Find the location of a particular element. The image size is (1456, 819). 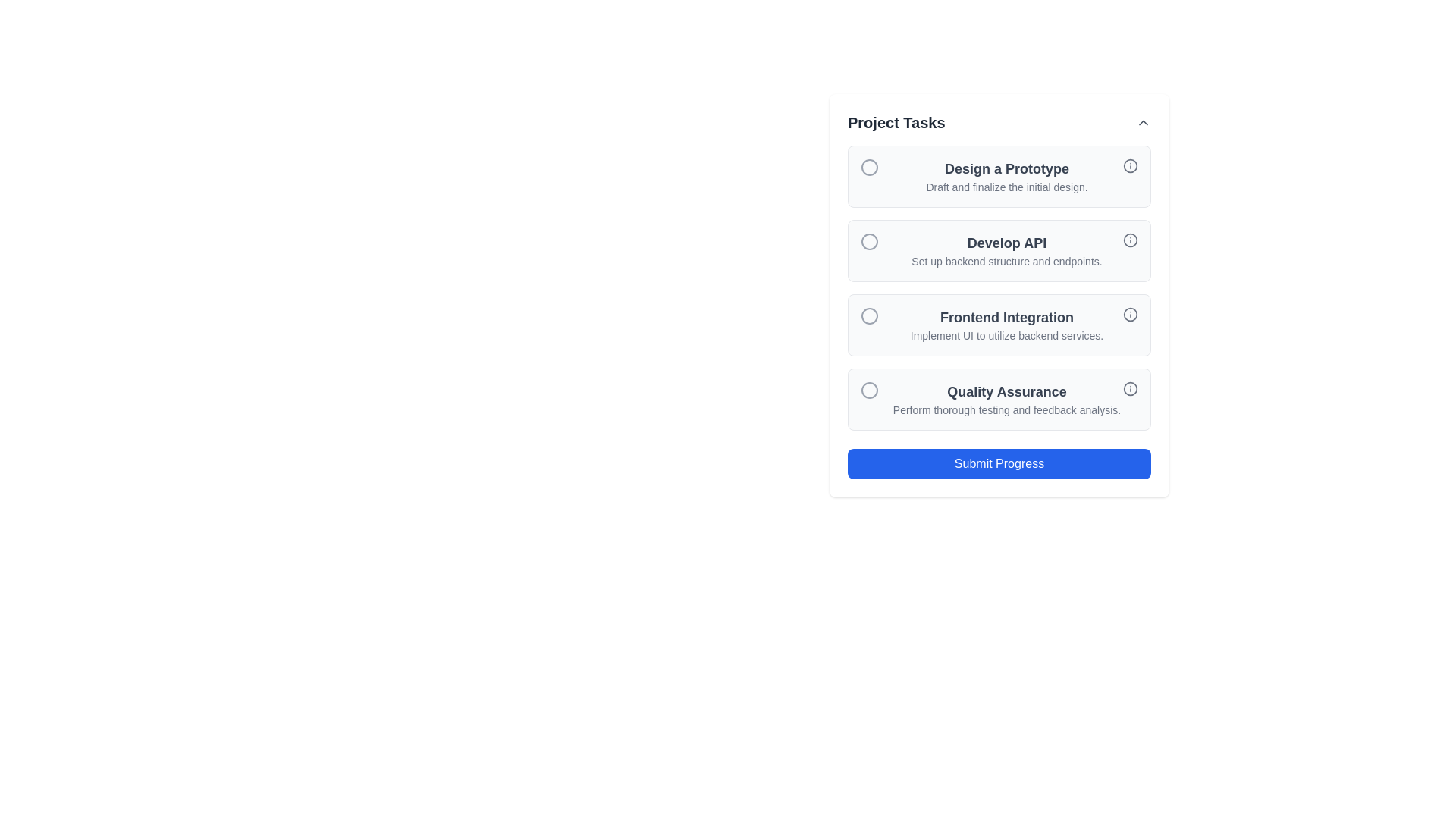

the gray circular radio button located to the left of the 'Quality Assurance' task item in the 'Project Tasks' section is located at coordinates (870, 390).